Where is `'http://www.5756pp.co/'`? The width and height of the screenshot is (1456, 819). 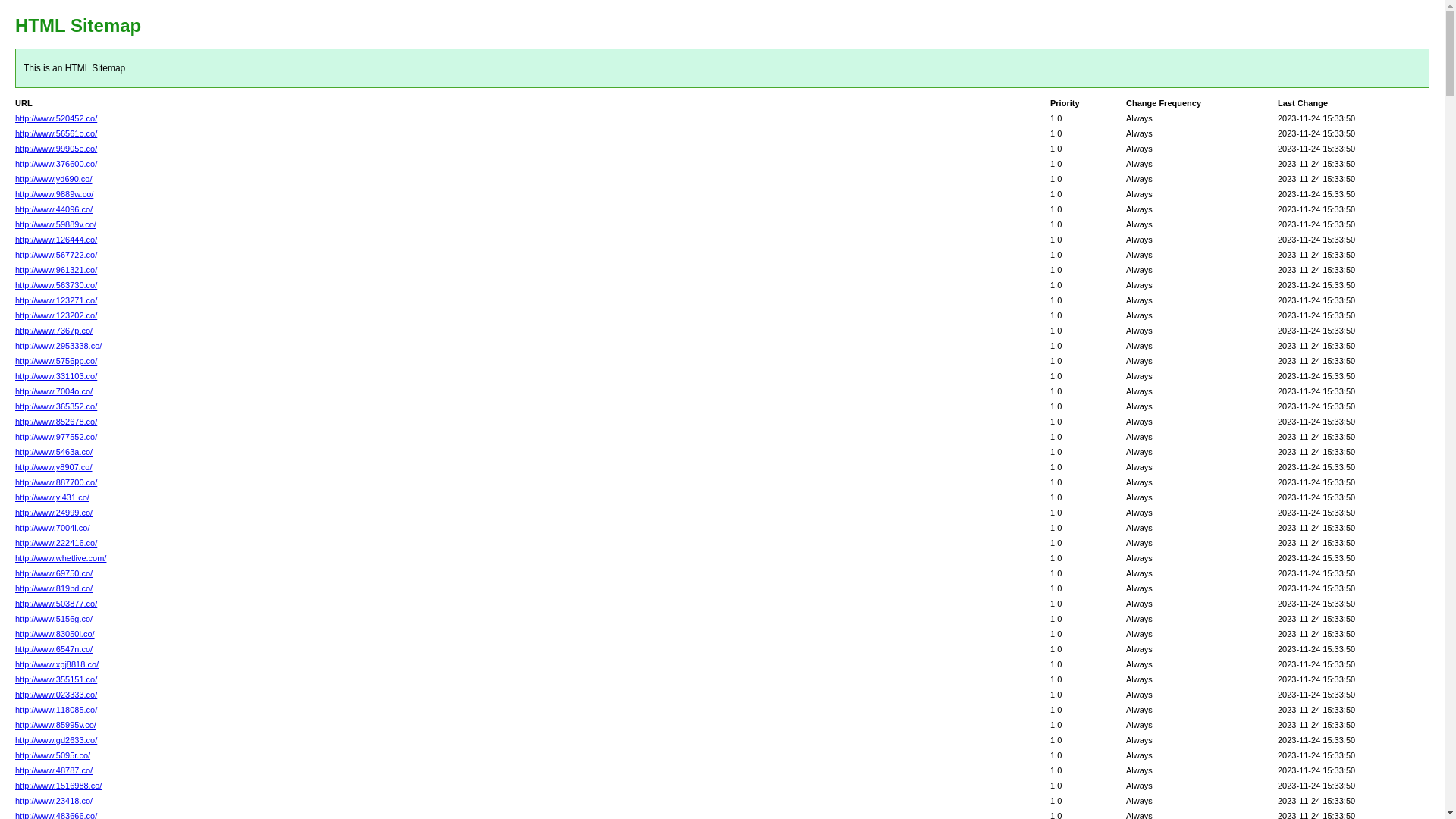 'http://www.5756pp.co/' is located at coordinates (14, 360).